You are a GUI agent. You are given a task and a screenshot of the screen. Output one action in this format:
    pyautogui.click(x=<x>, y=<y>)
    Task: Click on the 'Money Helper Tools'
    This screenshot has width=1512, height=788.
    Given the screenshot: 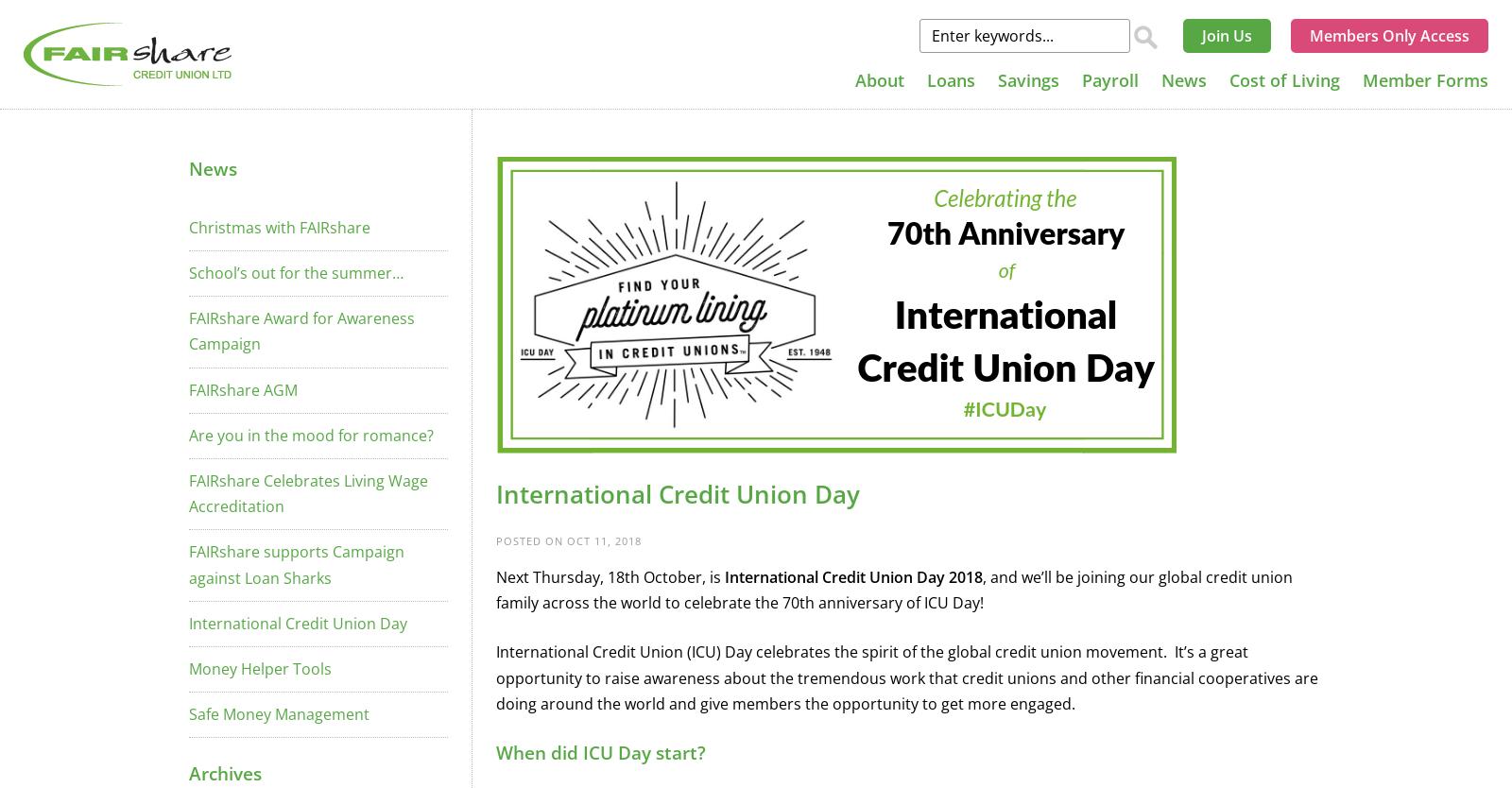 What is the action you would take?
    pyautogui.click(x=260, y=667)
    